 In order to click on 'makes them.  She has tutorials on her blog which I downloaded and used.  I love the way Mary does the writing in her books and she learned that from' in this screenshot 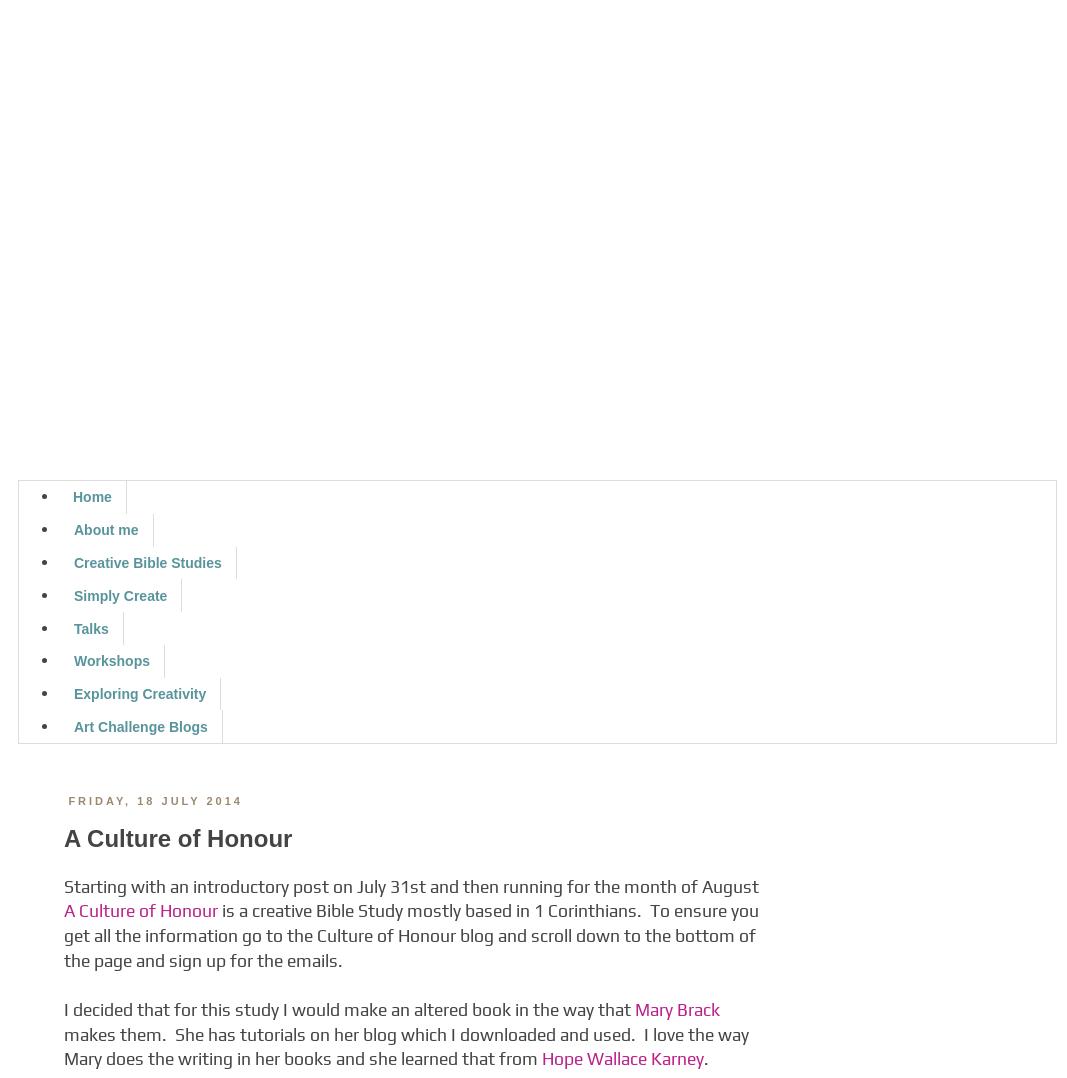, I will do `click(405, 1046)`.